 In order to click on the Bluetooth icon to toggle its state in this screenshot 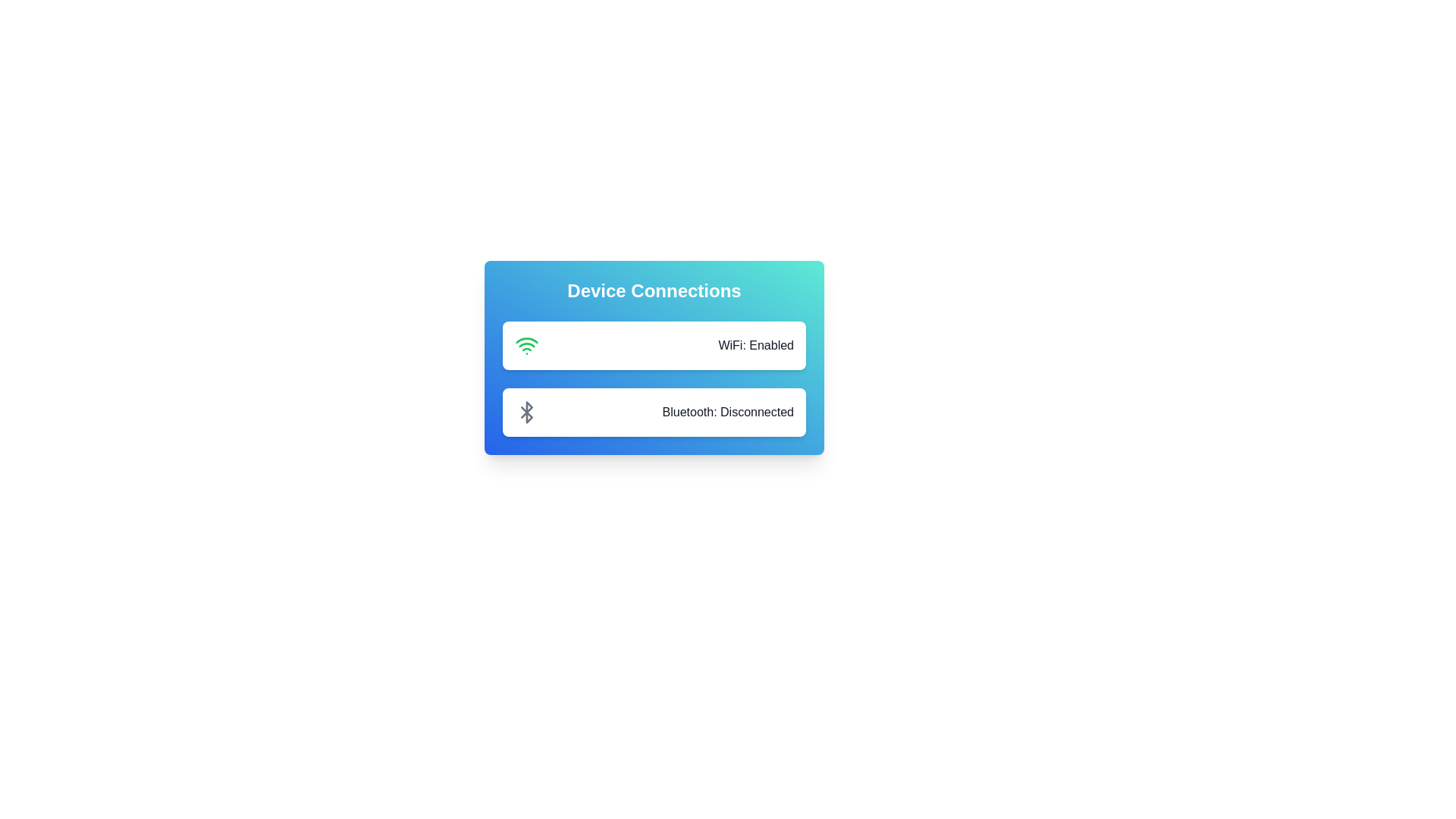, I will do `click(527, 412)`.